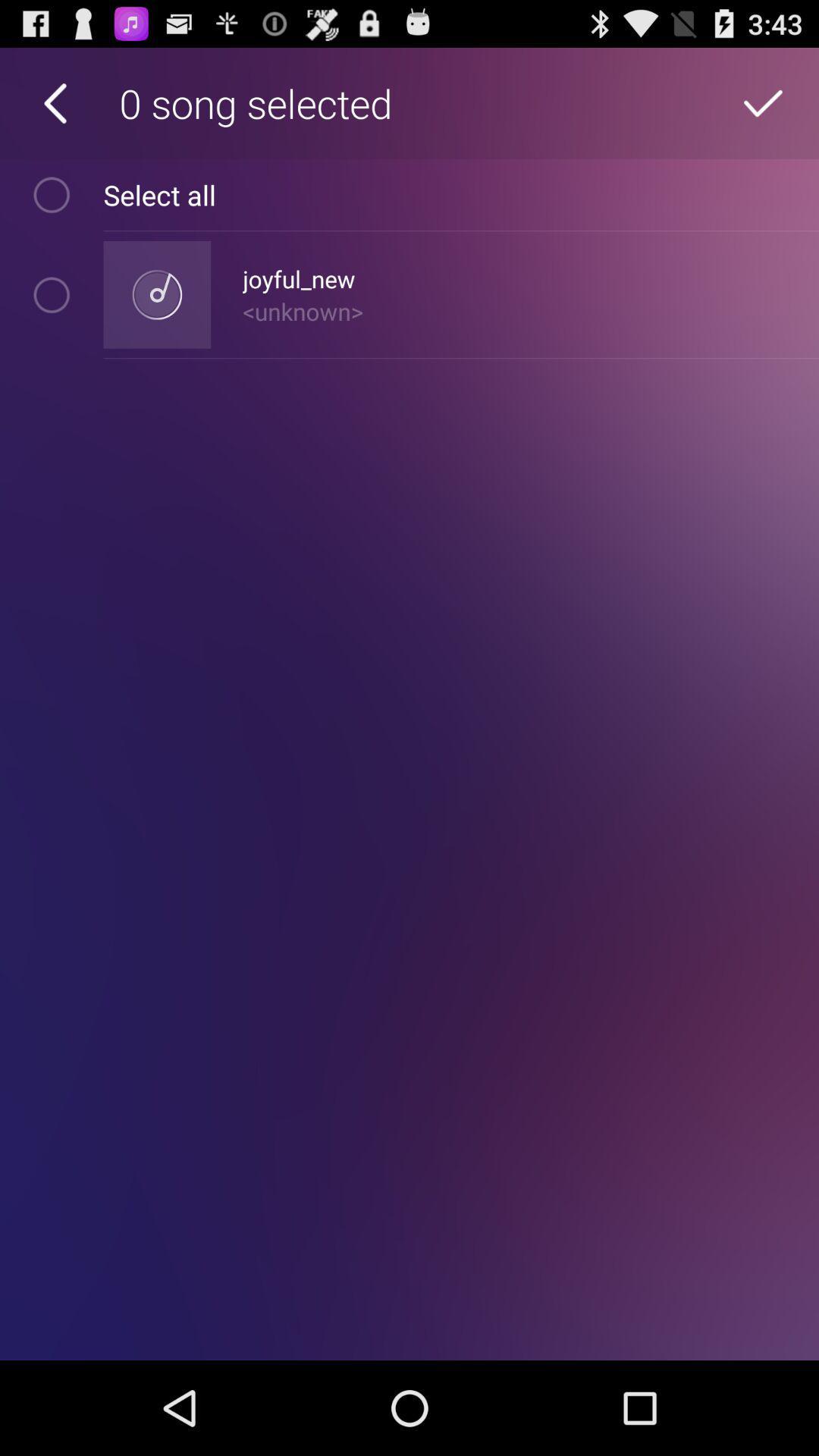 The width and height of the screenshot is (819, 1456). Describe the element at coordinates (763, 110) in the screenshot. I see `the check icon` at that location.